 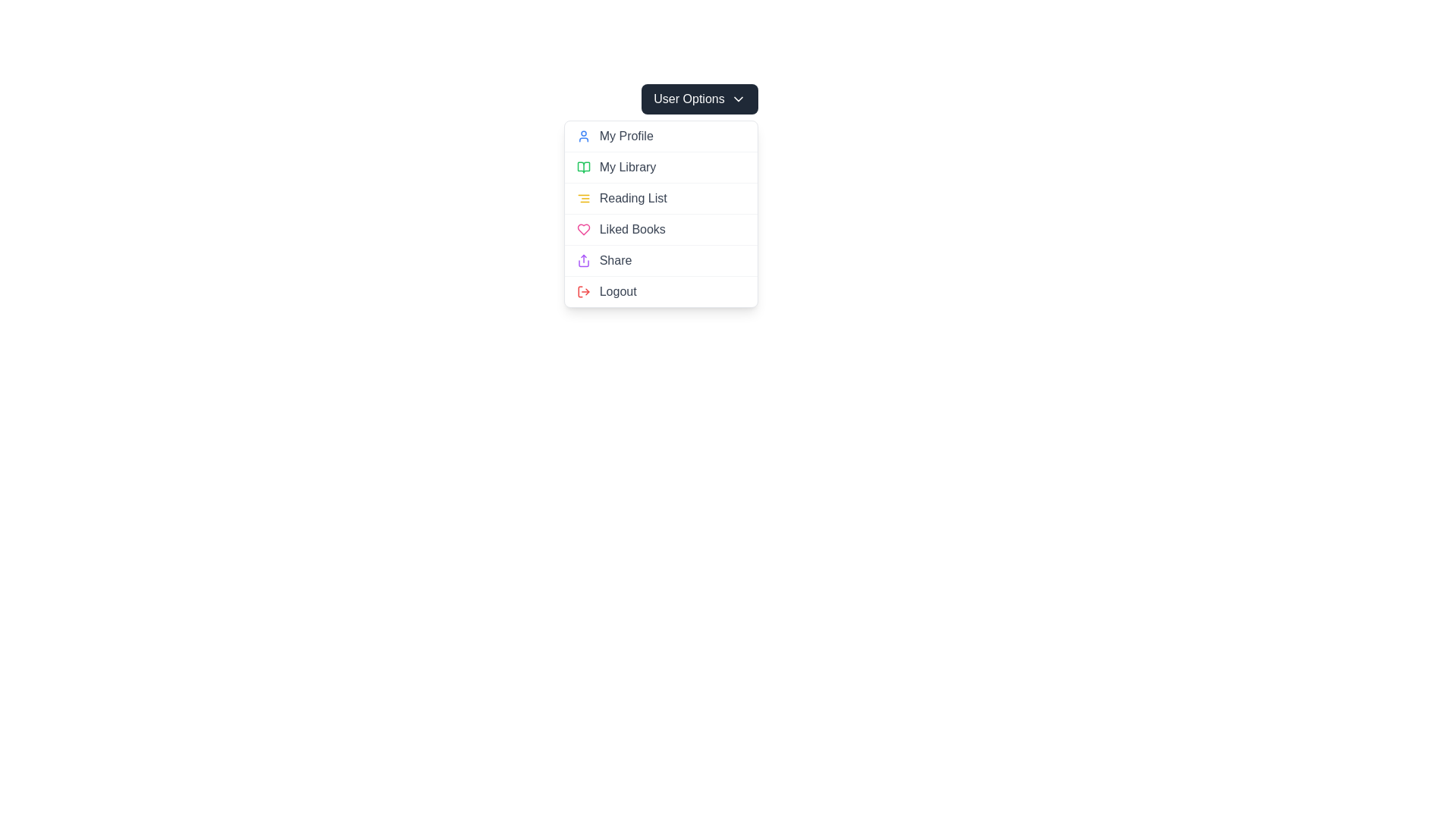 I want to click on the 'My Library' text label in the dropdown menu, so click(x=628, y=167).